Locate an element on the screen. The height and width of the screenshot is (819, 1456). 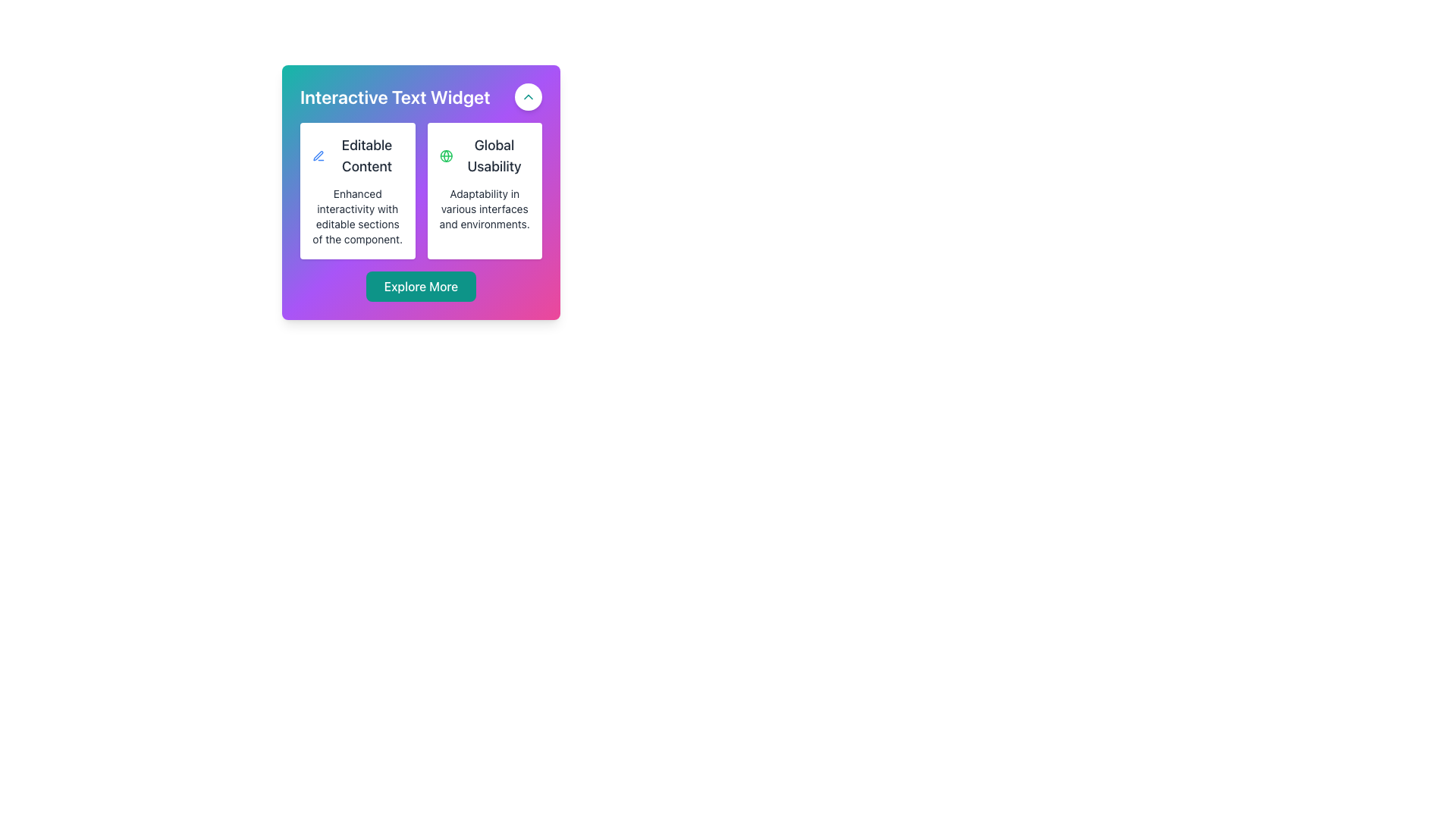
the curved line segment of the stylized globe representation in the 'Global Usability' section is located at coordinates (445, 155).